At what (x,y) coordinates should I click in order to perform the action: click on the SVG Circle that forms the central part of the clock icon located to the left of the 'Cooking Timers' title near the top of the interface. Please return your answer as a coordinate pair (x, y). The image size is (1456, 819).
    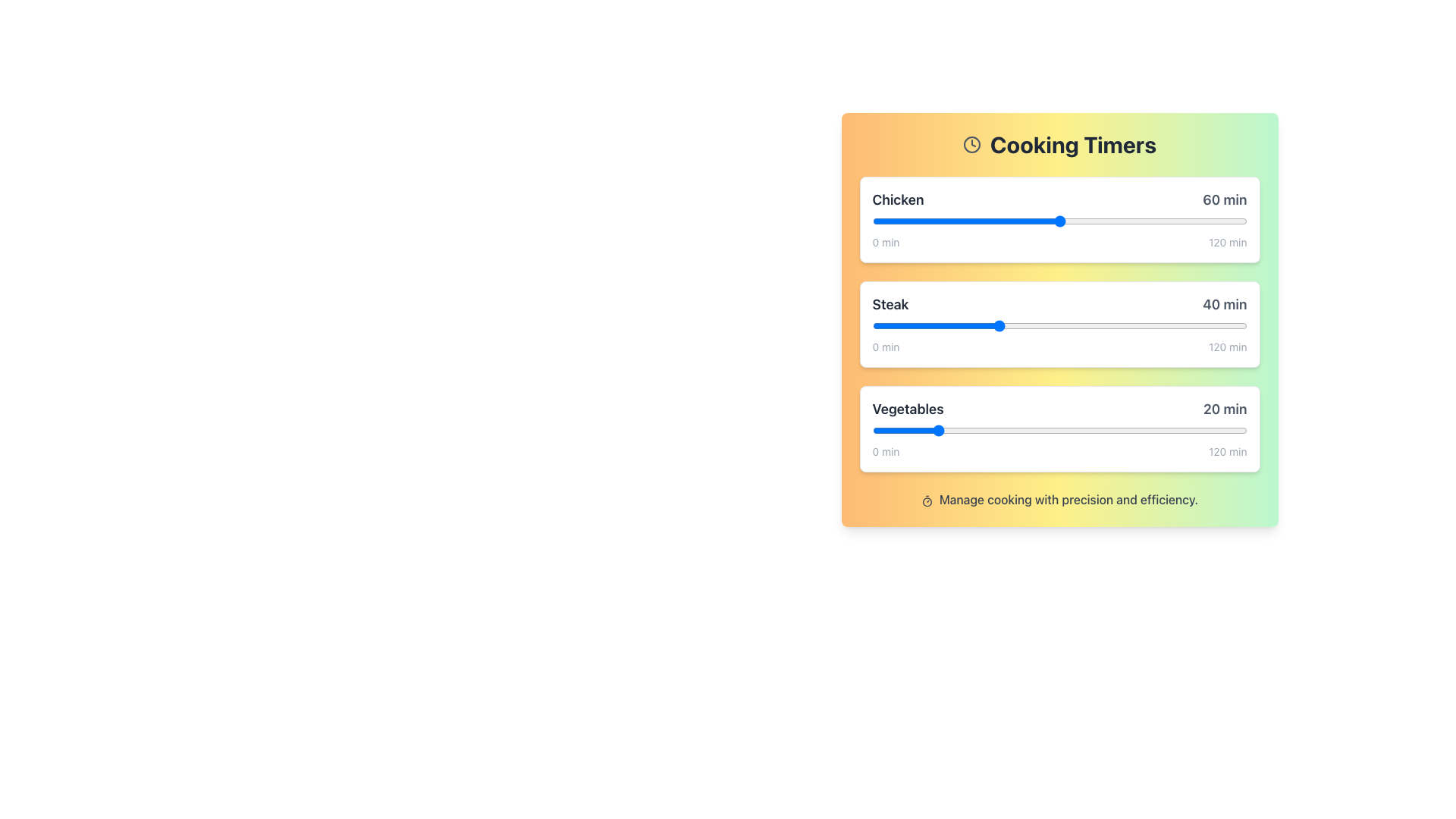
    Looking at the image, I should click on (971, 145).